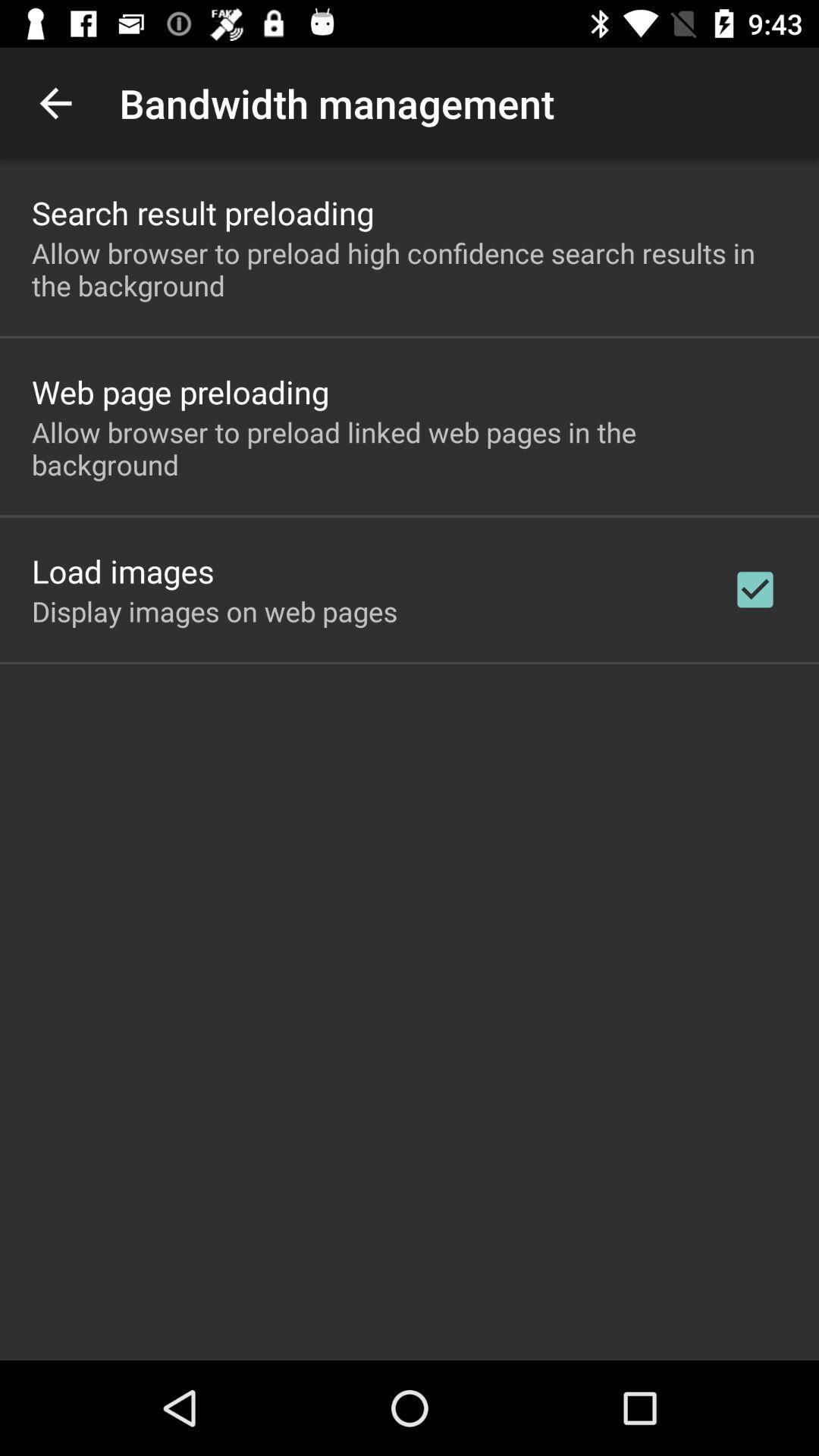 This screenshot has width=819, height=1456. Describe the element at coordinates (55, 102) in the screenshot. I see `item above search result preloading icon` at that location.